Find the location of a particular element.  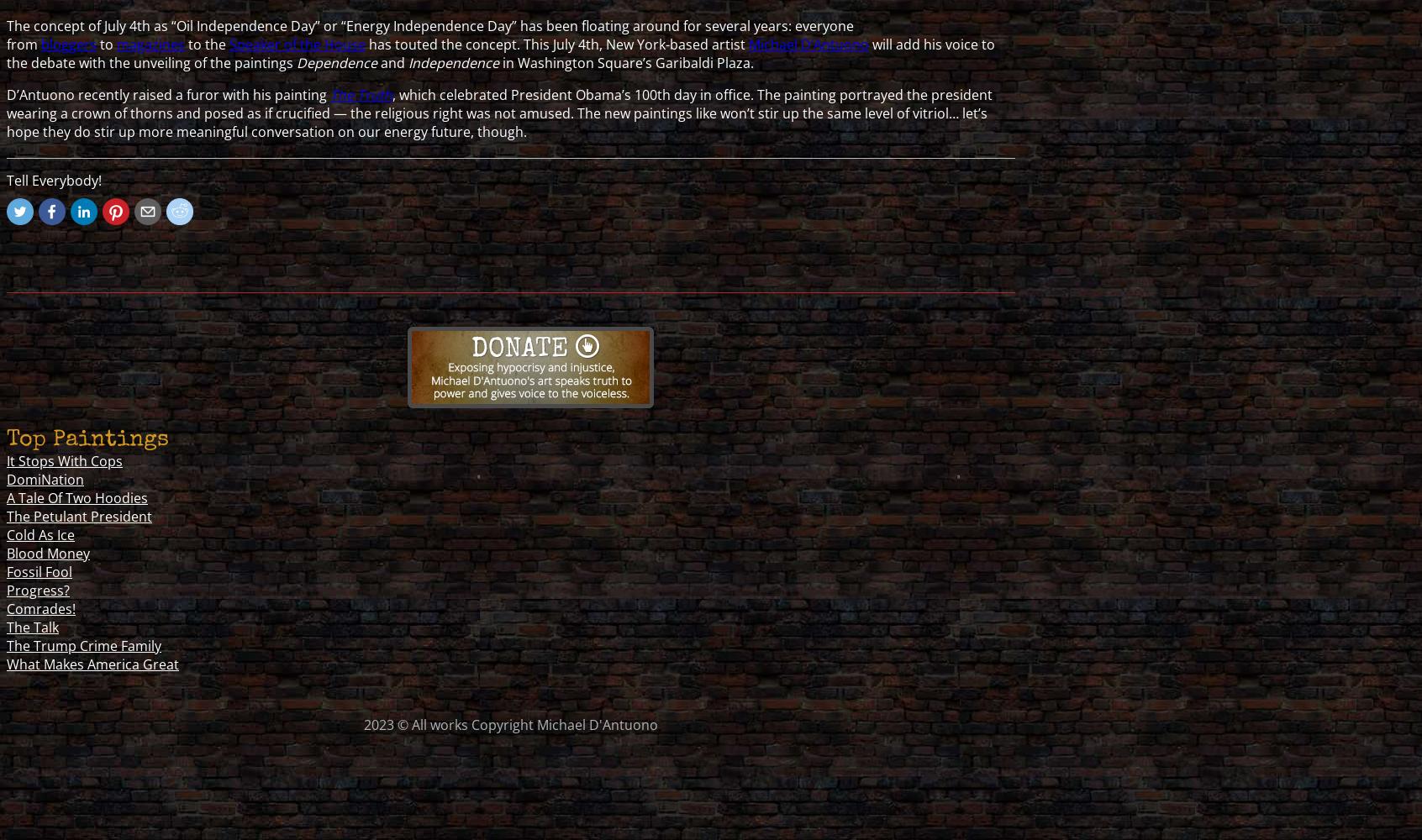

'Tell Everybody!' is located at coordinates (5, 179).